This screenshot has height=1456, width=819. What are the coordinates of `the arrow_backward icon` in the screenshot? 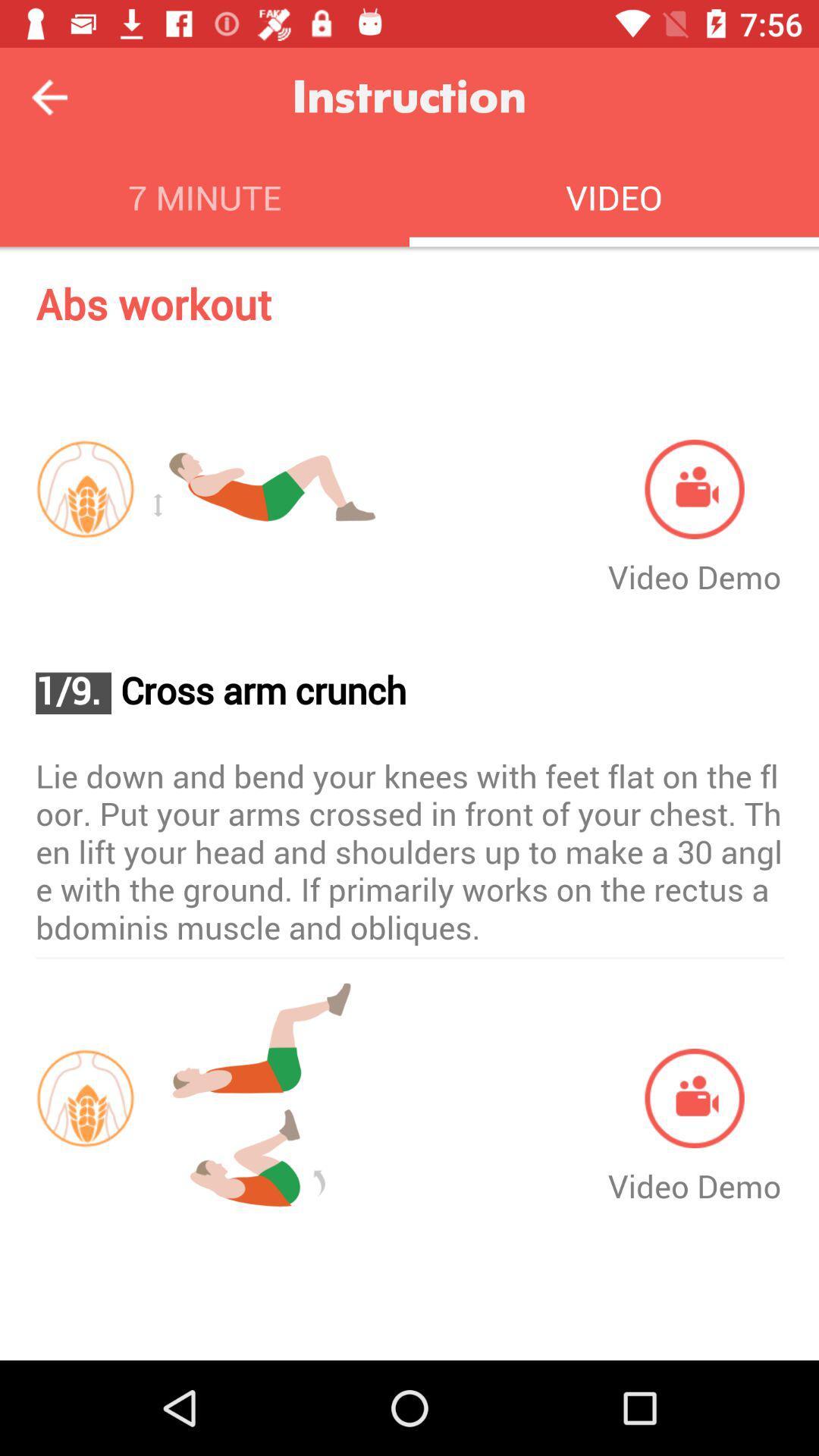 It's located at (49, 96).